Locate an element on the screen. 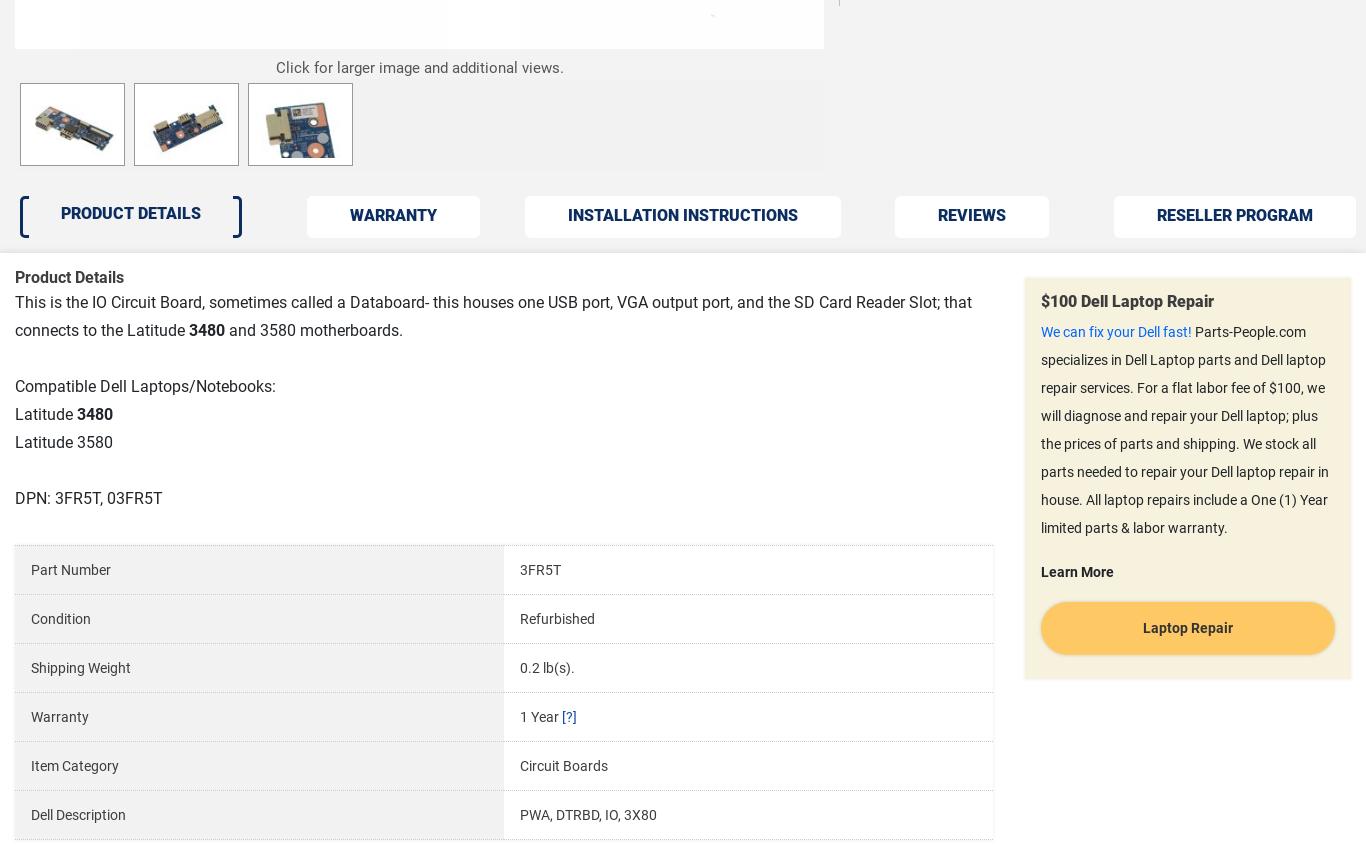 The image size is (1366, 846). 'How To Tutorials & Videos' is located at coordinates (922, 459).